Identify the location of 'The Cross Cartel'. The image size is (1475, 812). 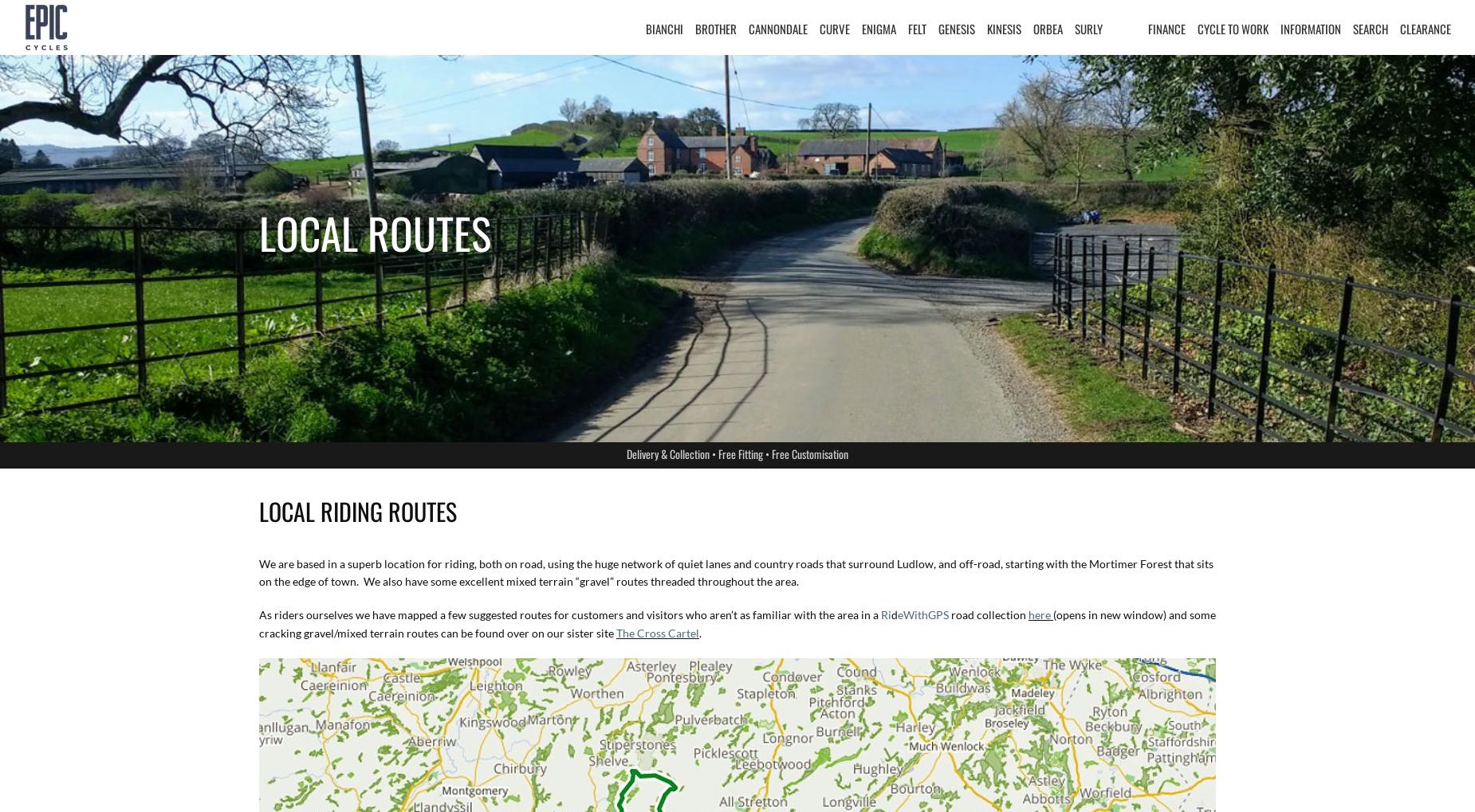
(616, 633).